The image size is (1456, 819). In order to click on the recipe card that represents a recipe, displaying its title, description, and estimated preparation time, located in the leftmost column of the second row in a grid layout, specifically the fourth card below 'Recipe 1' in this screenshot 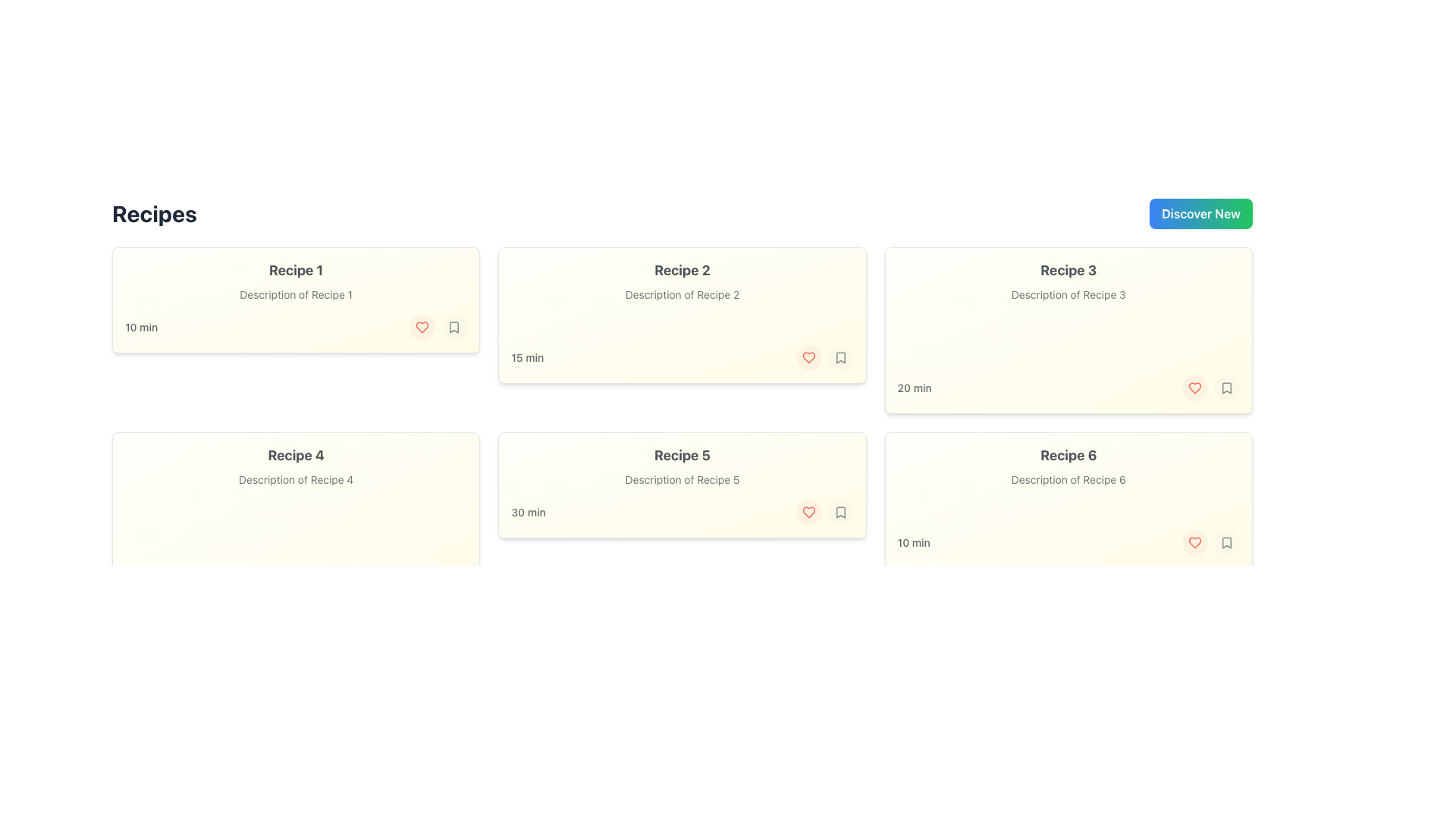, I will do `click(296, 529)`.